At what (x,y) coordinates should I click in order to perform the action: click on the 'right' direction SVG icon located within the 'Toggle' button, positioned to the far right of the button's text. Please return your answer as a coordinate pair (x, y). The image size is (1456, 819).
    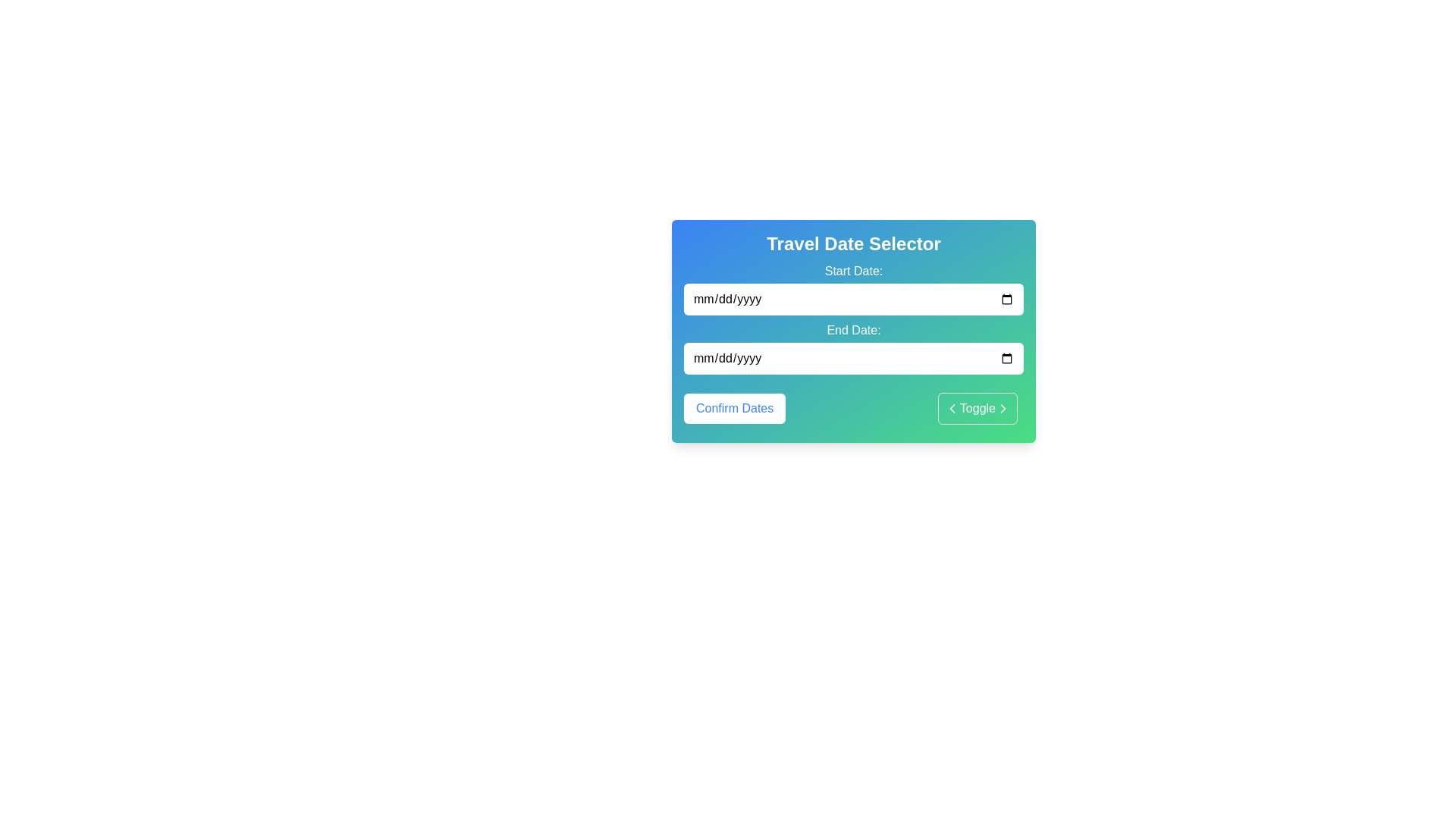
    Looking at the image, I should click on (1003, 408).